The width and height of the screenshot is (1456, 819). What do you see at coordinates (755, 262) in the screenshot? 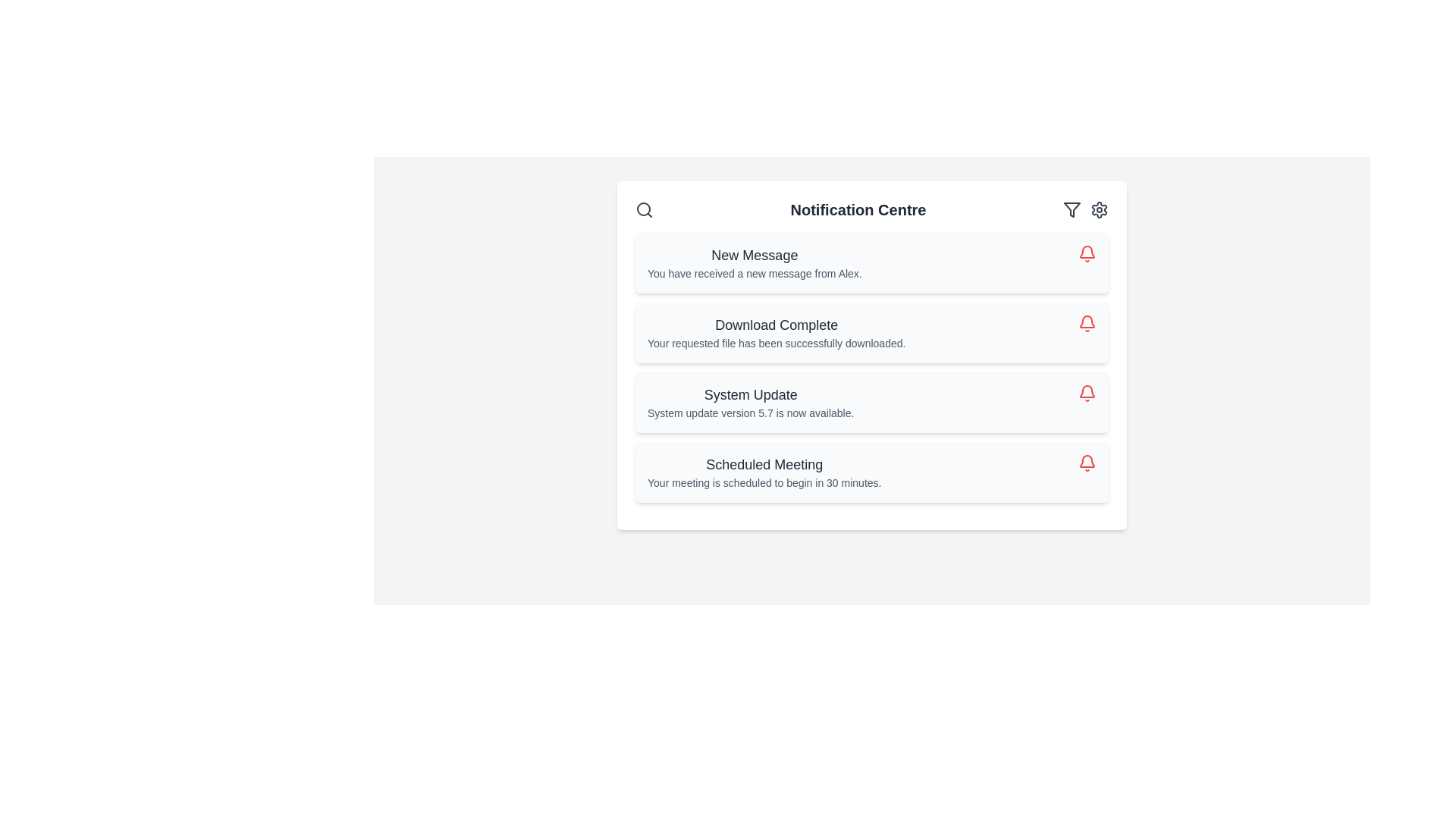
I see `the Notification Item that informs the user about a new message from 'Alex'` at bounding box center [755, 262].